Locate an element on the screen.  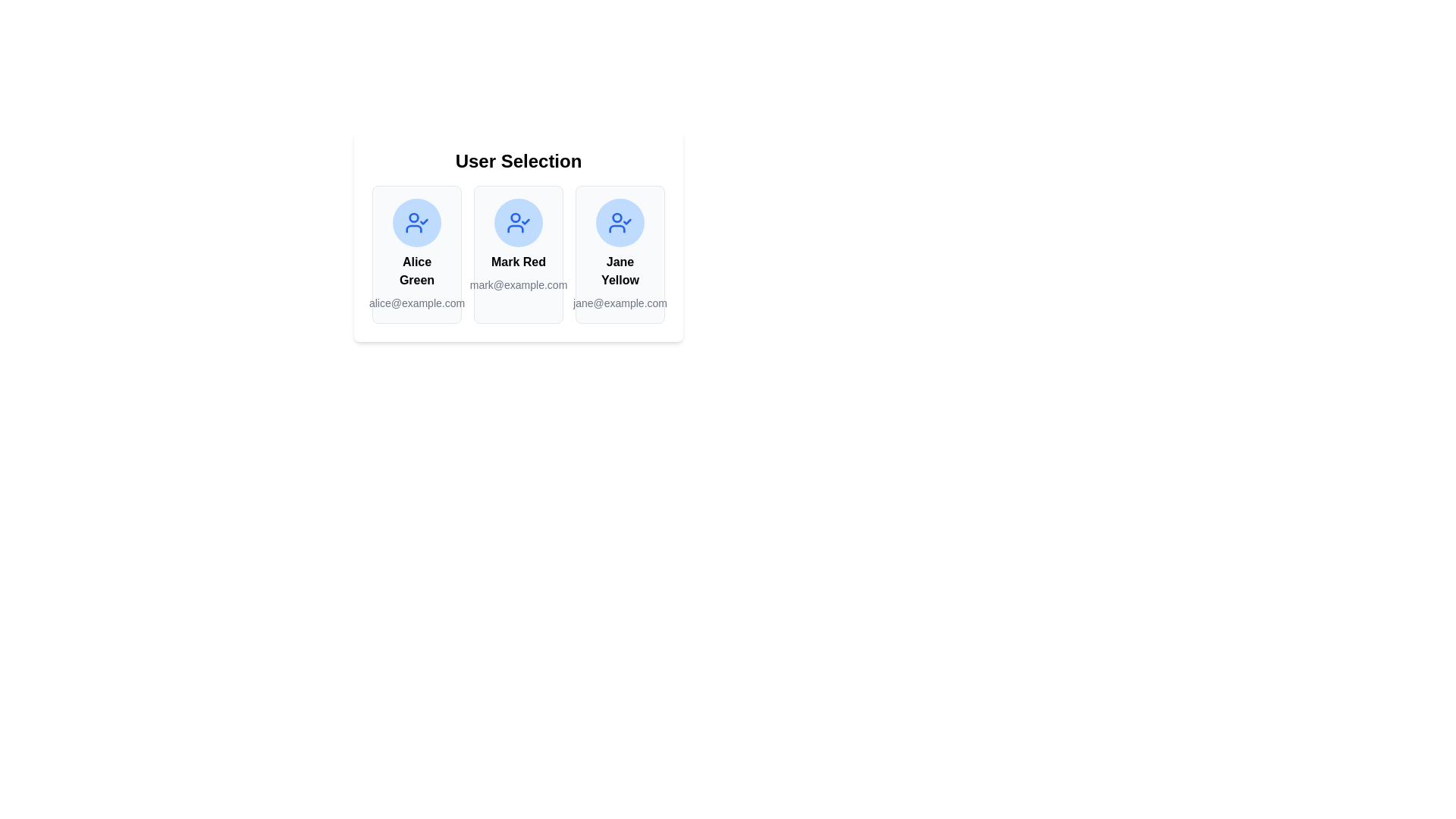
the text label displaying 'jane@example.com', which is positioned below the name 'Jane Yellow' in the user profile card is located at coordinates (620, 303).